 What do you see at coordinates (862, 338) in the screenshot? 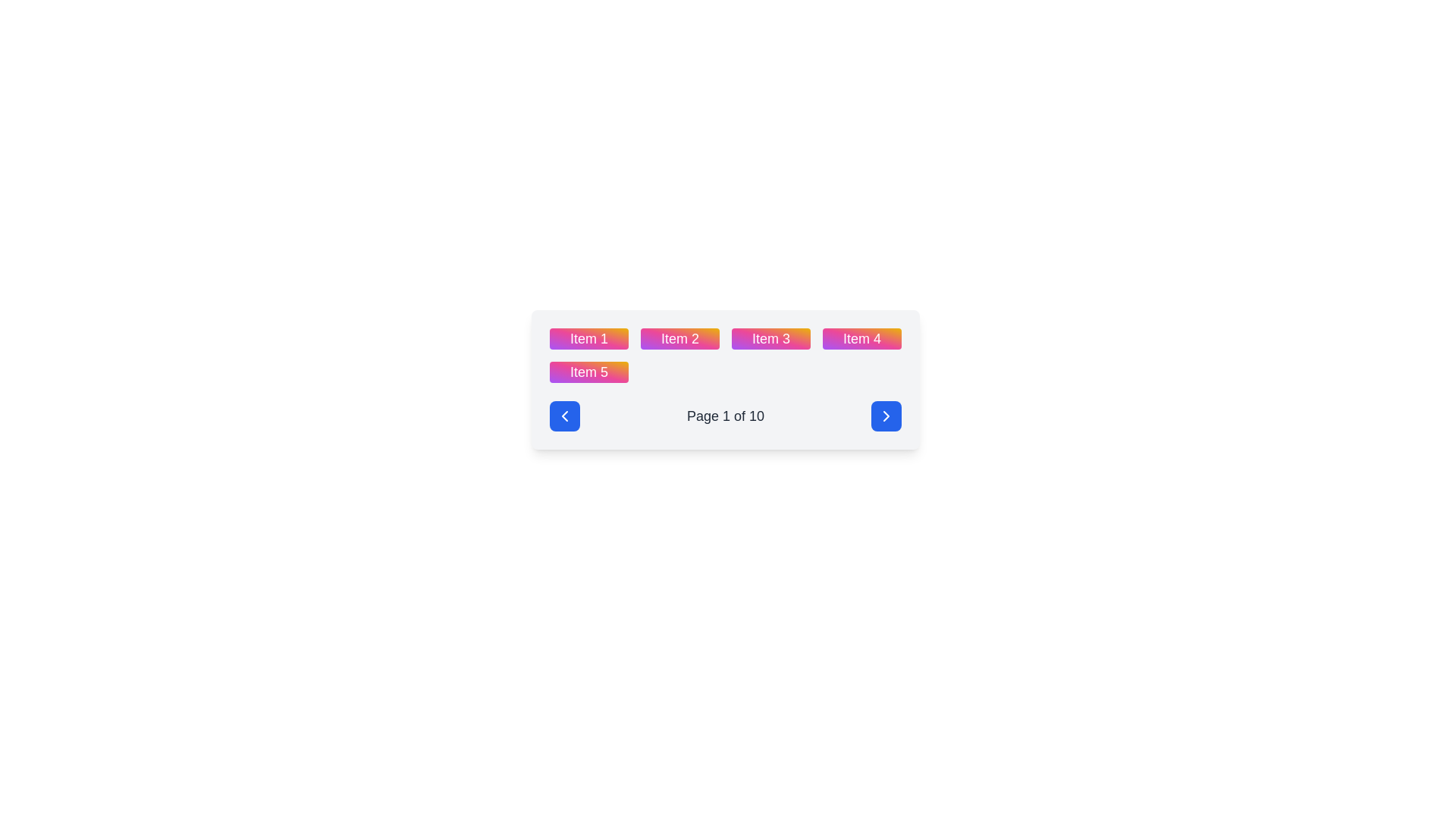
I see `the text box displaying 'Item 4', which is a horizontally-aligned rectangular box with a gradient background` at bounding box center [862, 338].